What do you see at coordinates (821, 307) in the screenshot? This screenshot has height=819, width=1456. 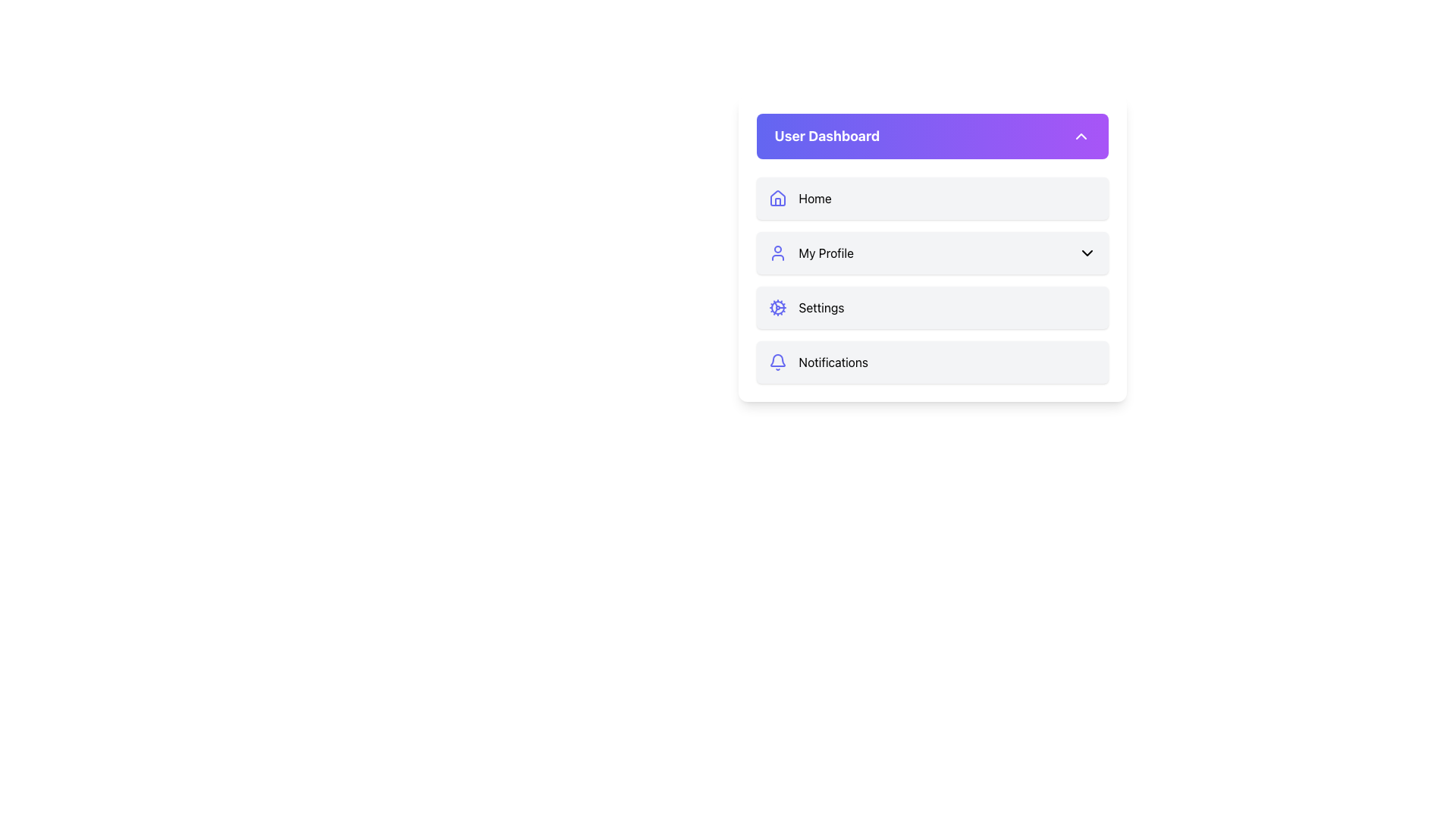 I see `the 'Settings' text label located within the third option of the vertical list in the user dashboard menu, which is styled with a sans-serif font and positioned between 'My Profile' and 'Notifications'` at bounding box center [821, 307].